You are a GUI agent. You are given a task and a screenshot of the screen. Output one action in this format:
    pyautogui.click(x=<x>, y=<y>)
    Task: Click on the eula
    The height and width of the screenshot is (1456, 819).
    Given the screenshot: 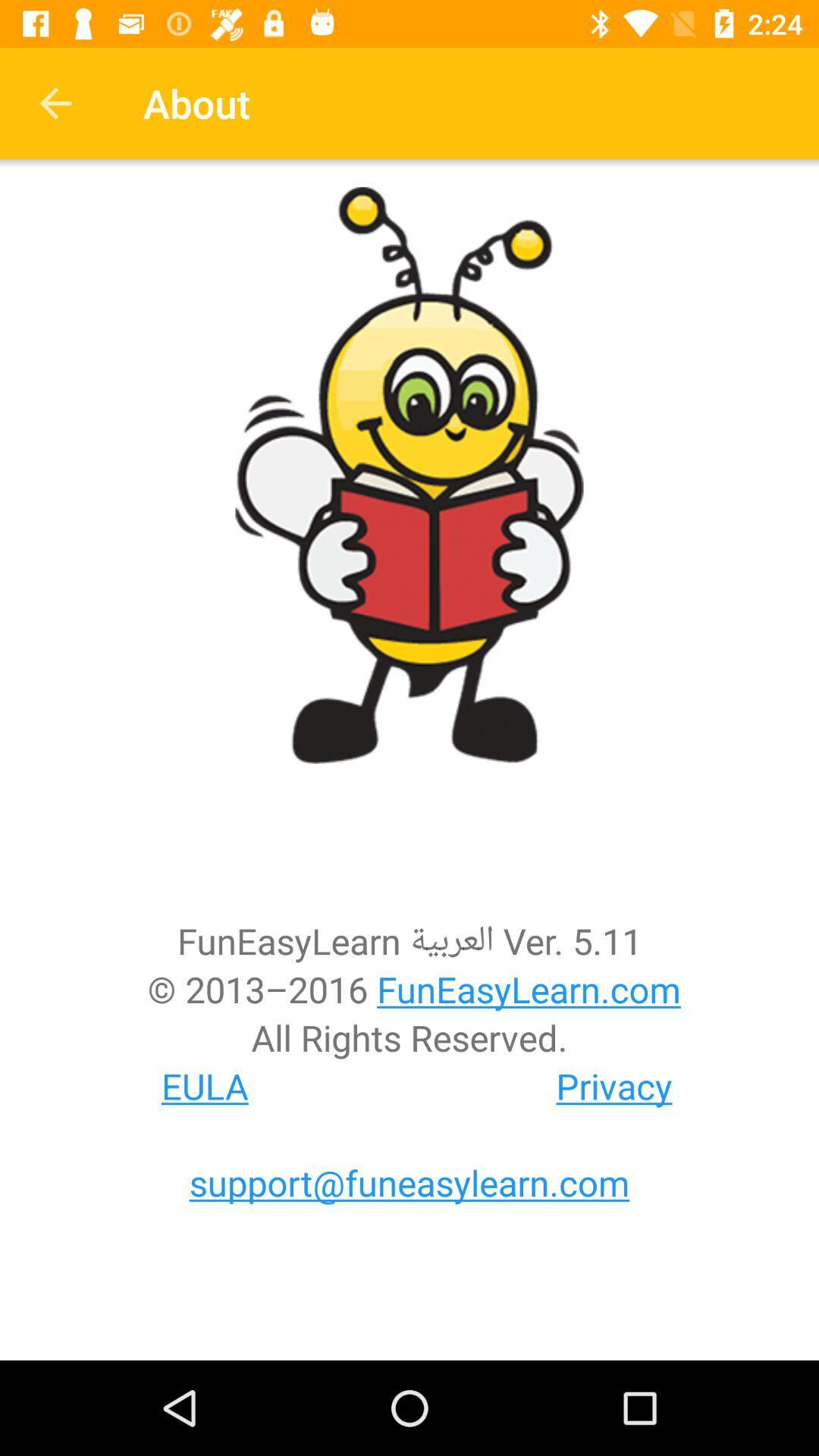 What is the action you would take?
    pyautogui.click(x=205, y=1085)
    